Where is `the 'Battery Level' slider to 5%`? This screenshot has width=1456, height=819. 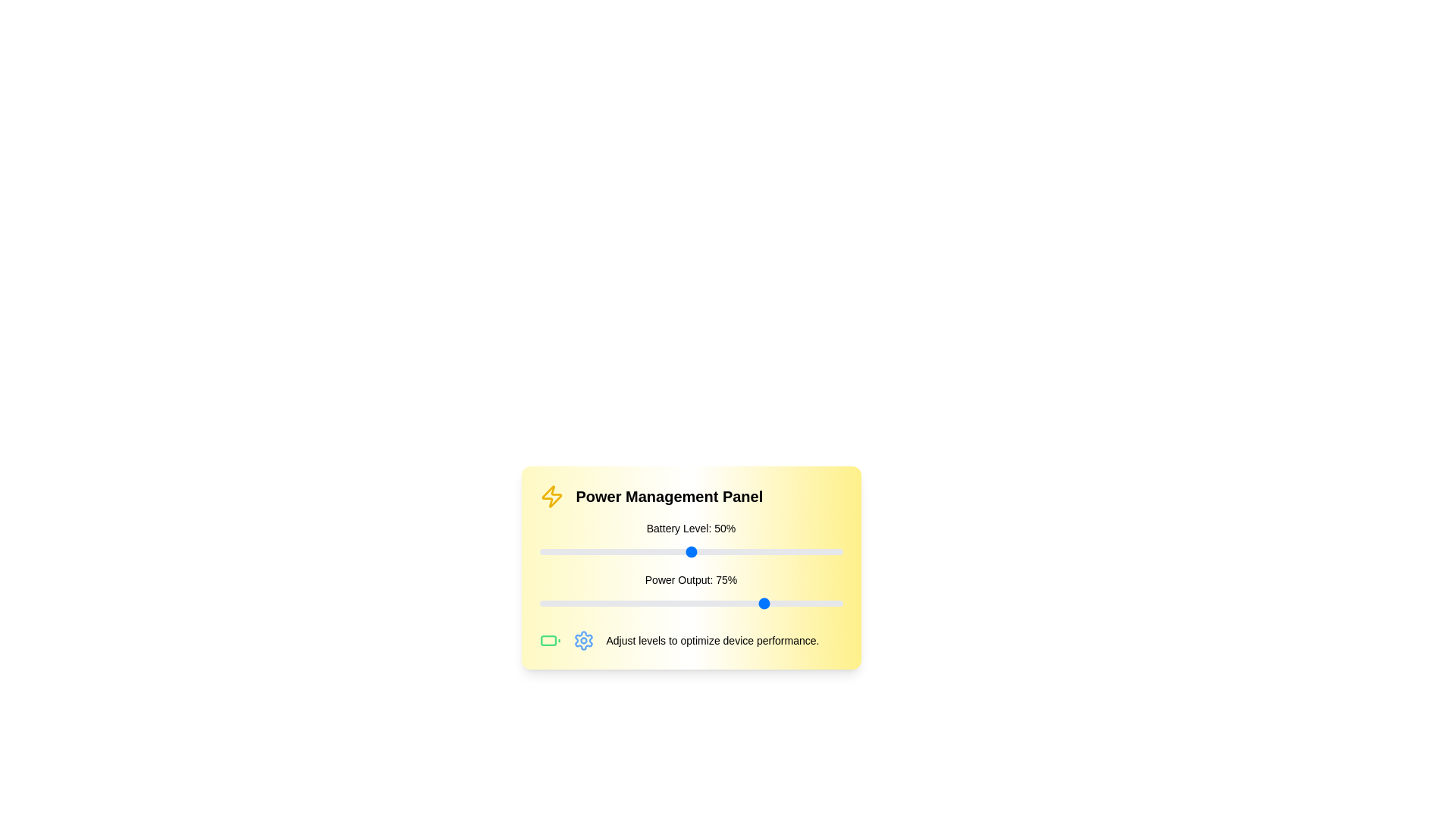 the 'Battery Level' slider to 5% is located at coordinates (554, 552).